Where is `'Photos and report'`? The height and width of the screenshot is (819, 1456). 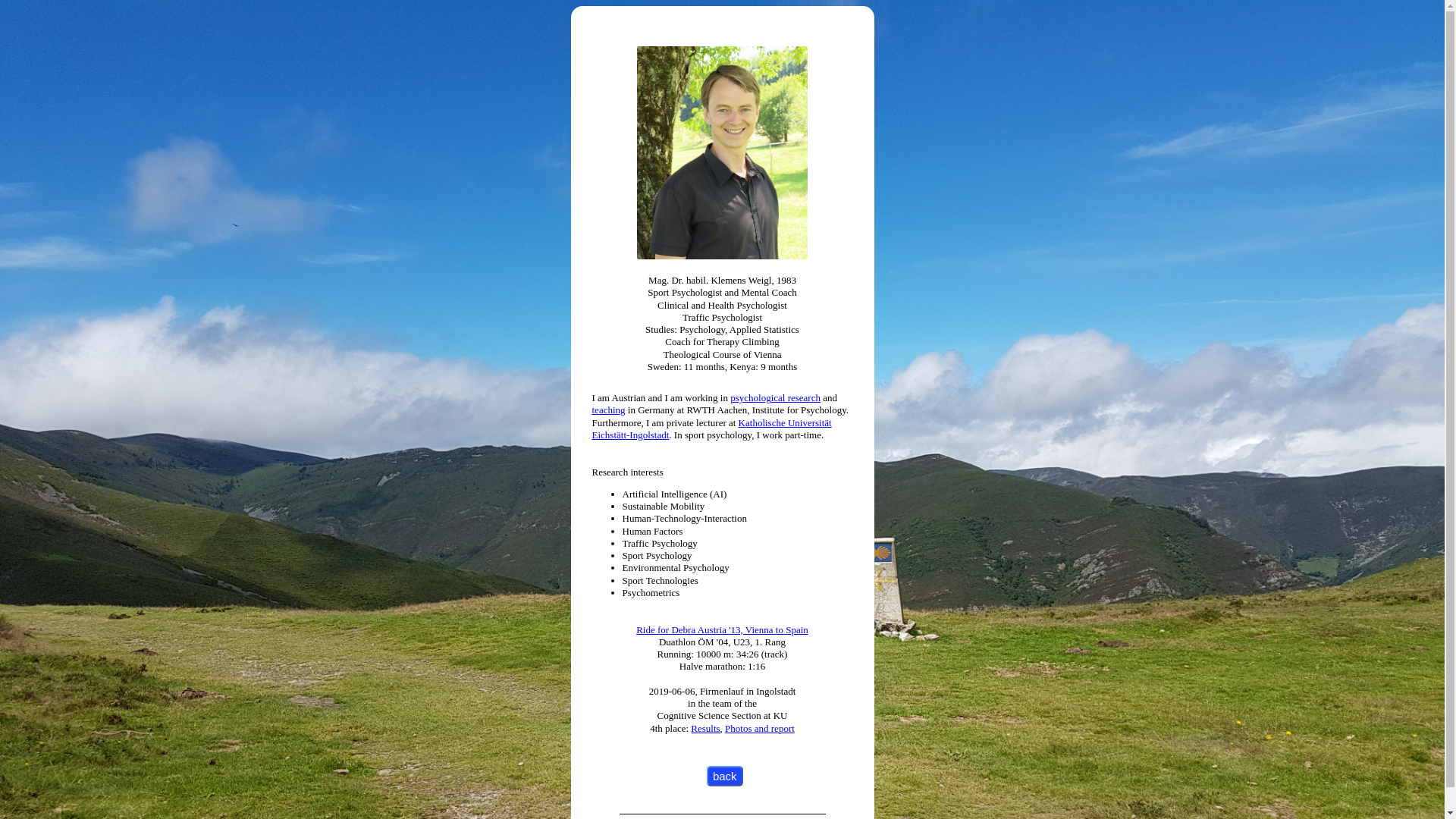 'Photos and report' is located at coordinates (760, 726).